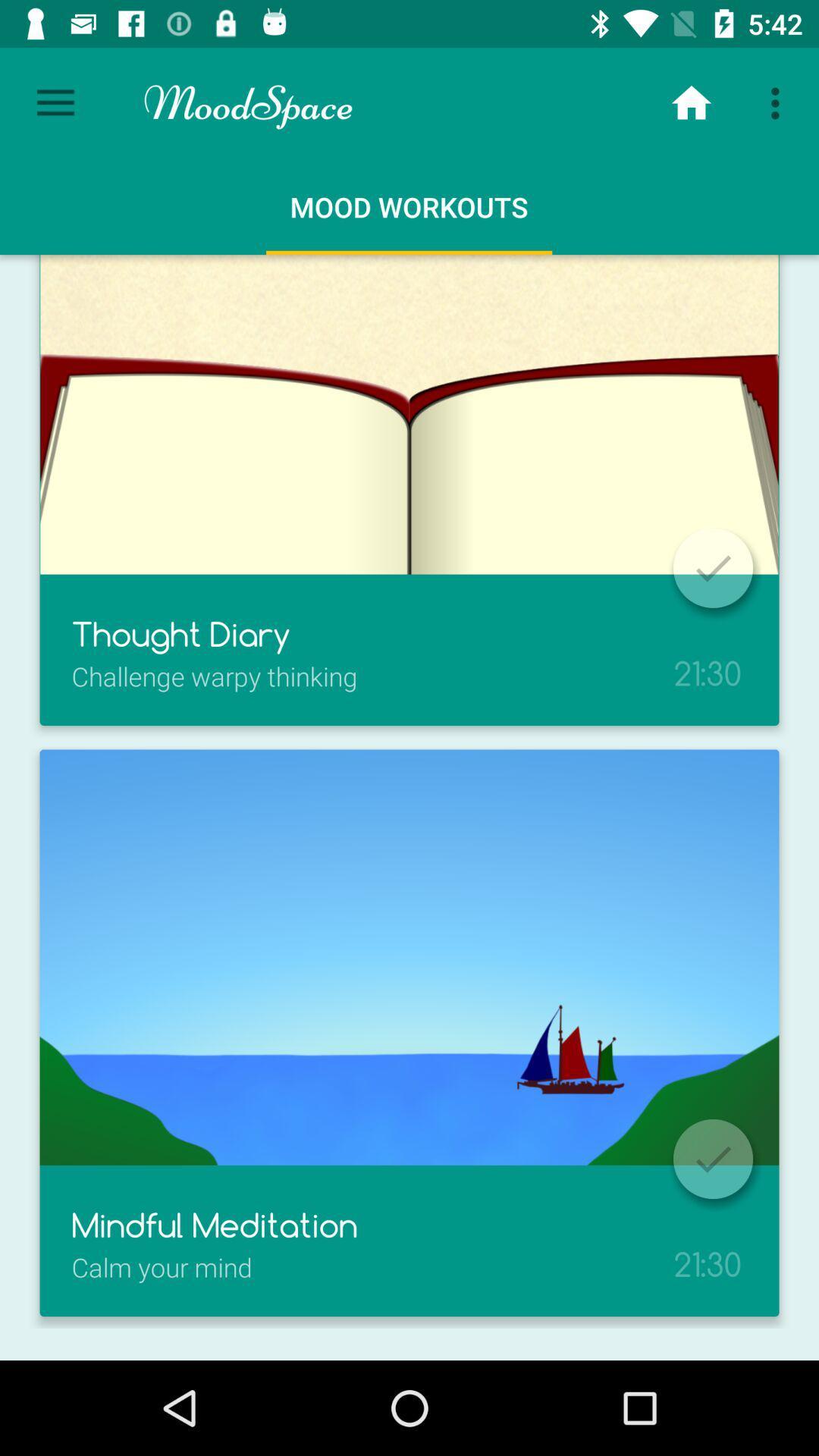  What do you see at coordinates (55, 102) in the screenshot?
I see `item to the left of moodspace` at bounding box center [55, 102].